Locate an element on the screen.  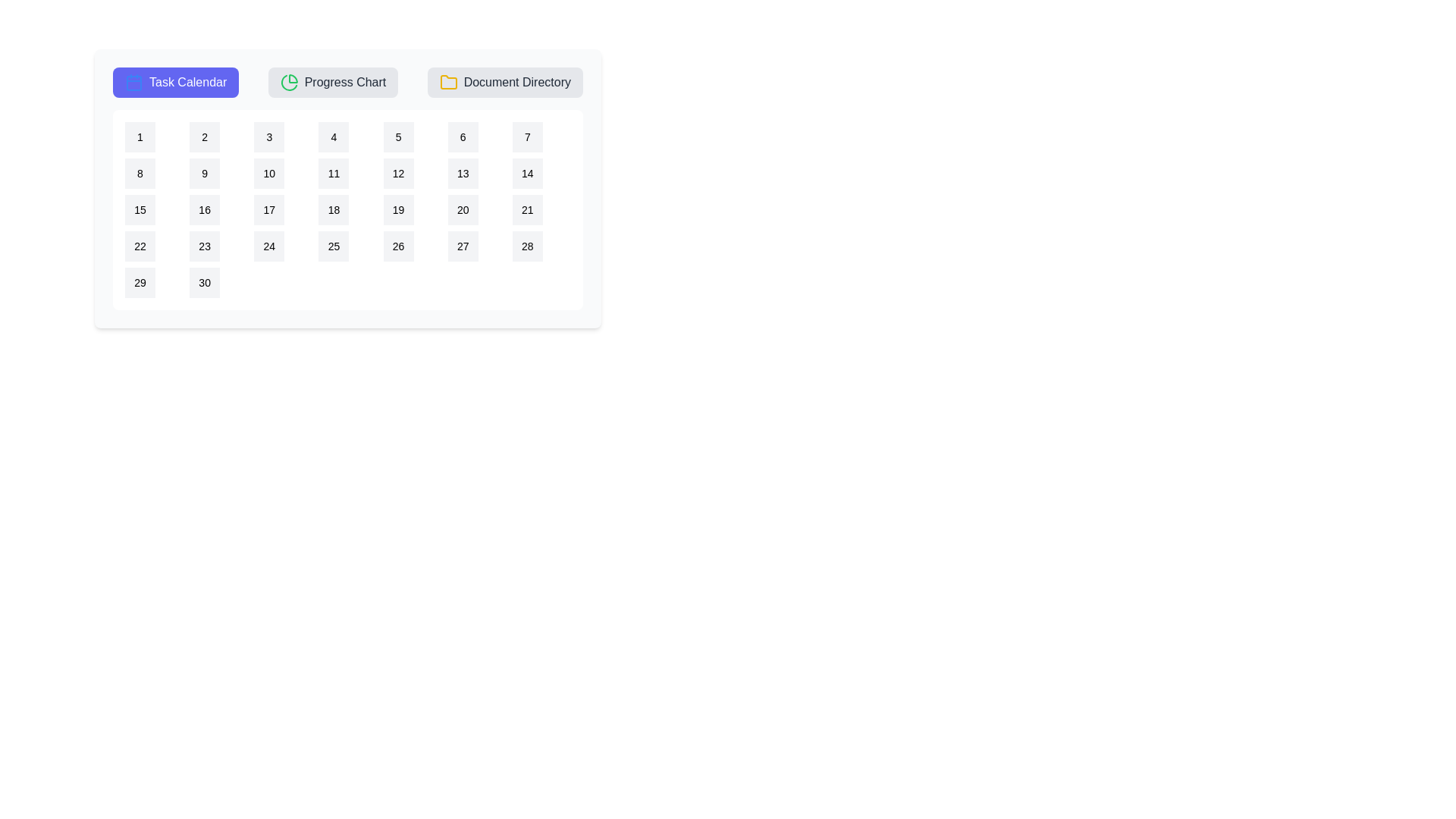
the calendar date 2 is located at coordinates (203, 137).